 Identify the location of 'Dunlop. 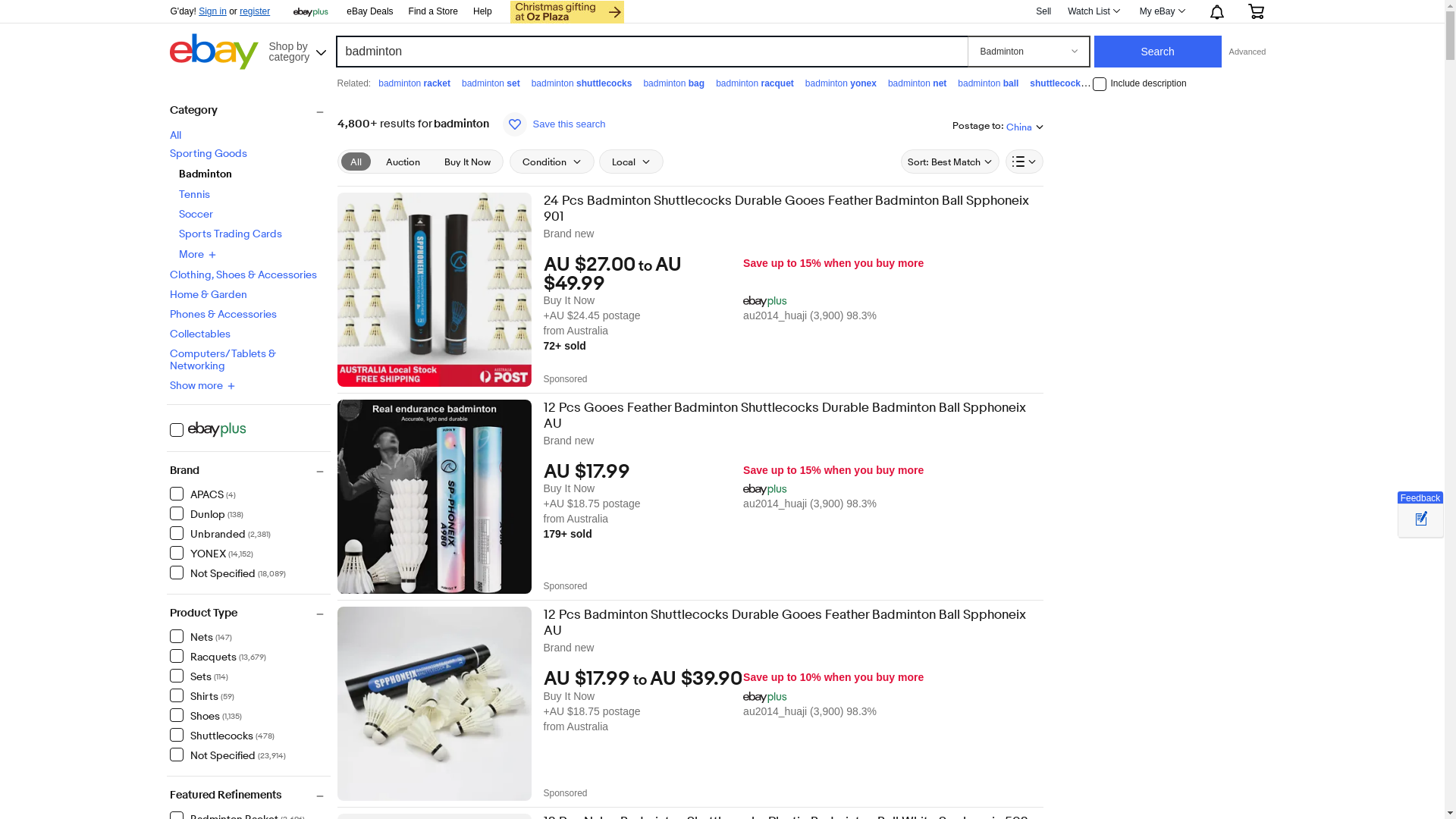
(206, 513).